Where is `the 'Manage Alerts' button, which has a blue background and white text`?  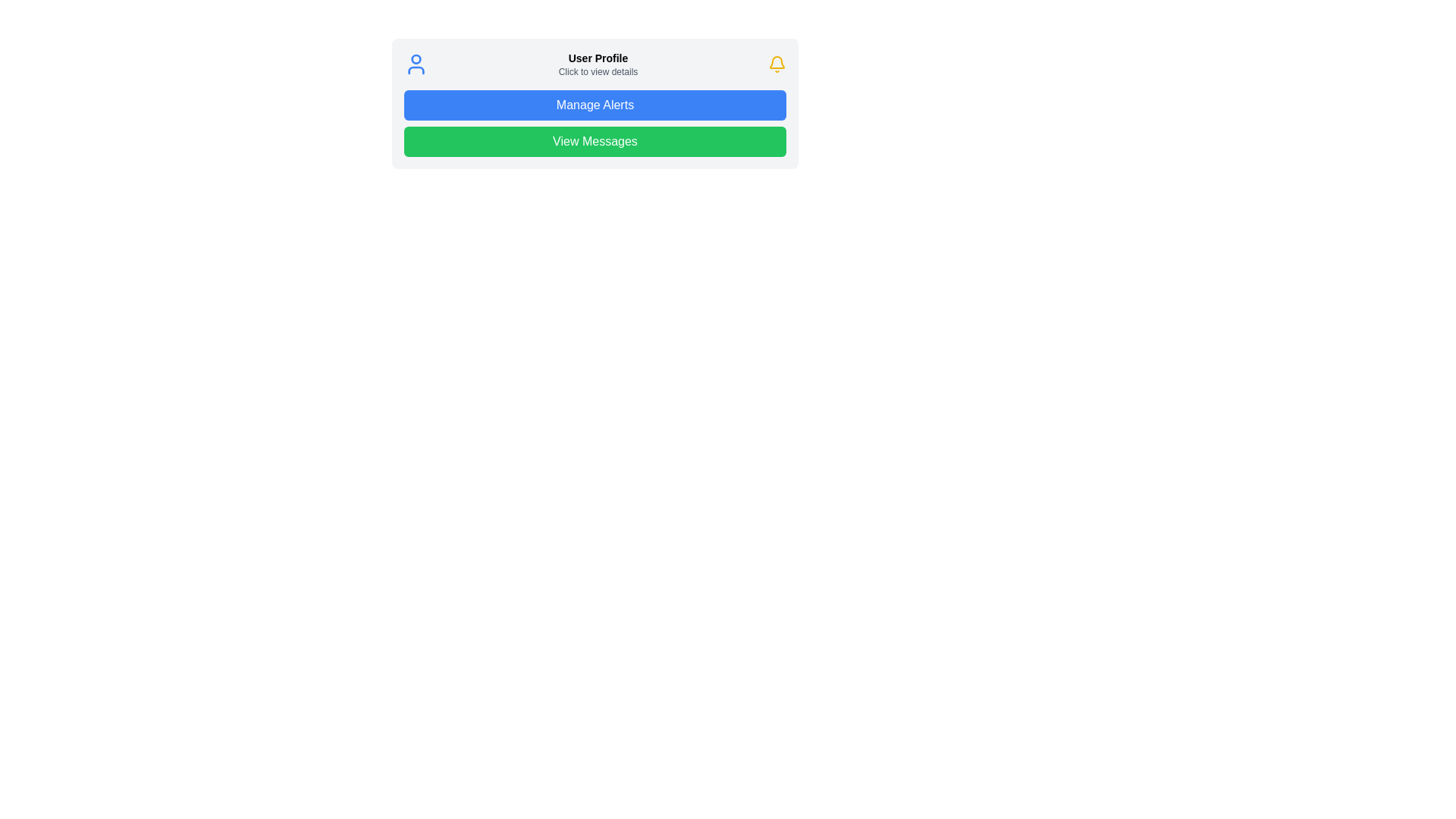 the 'Manage Alerts' button, which has a blue background and white text is located at coordinates (595, 104).